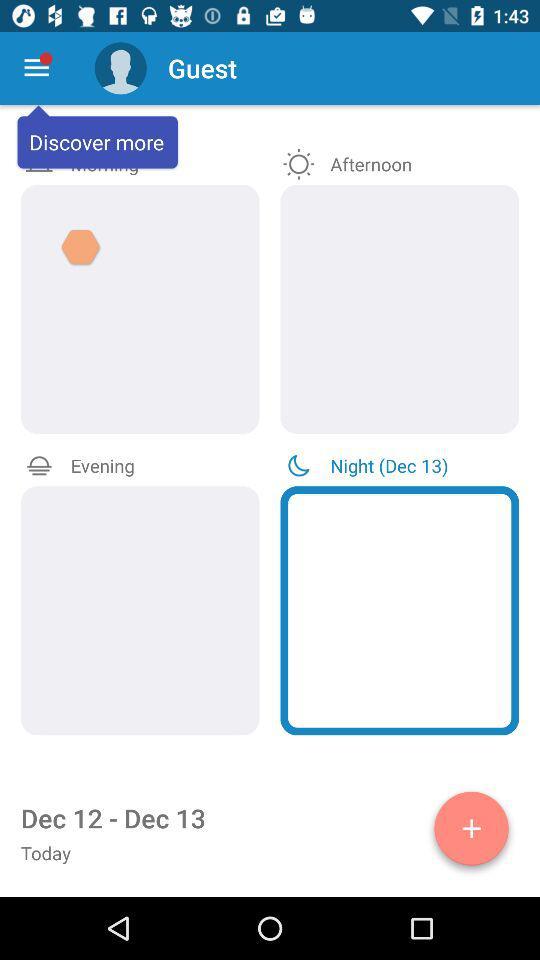 The height and width of the screenshot is (960, 540). I want to click on selection for evening scheduling, so click(139, 609).